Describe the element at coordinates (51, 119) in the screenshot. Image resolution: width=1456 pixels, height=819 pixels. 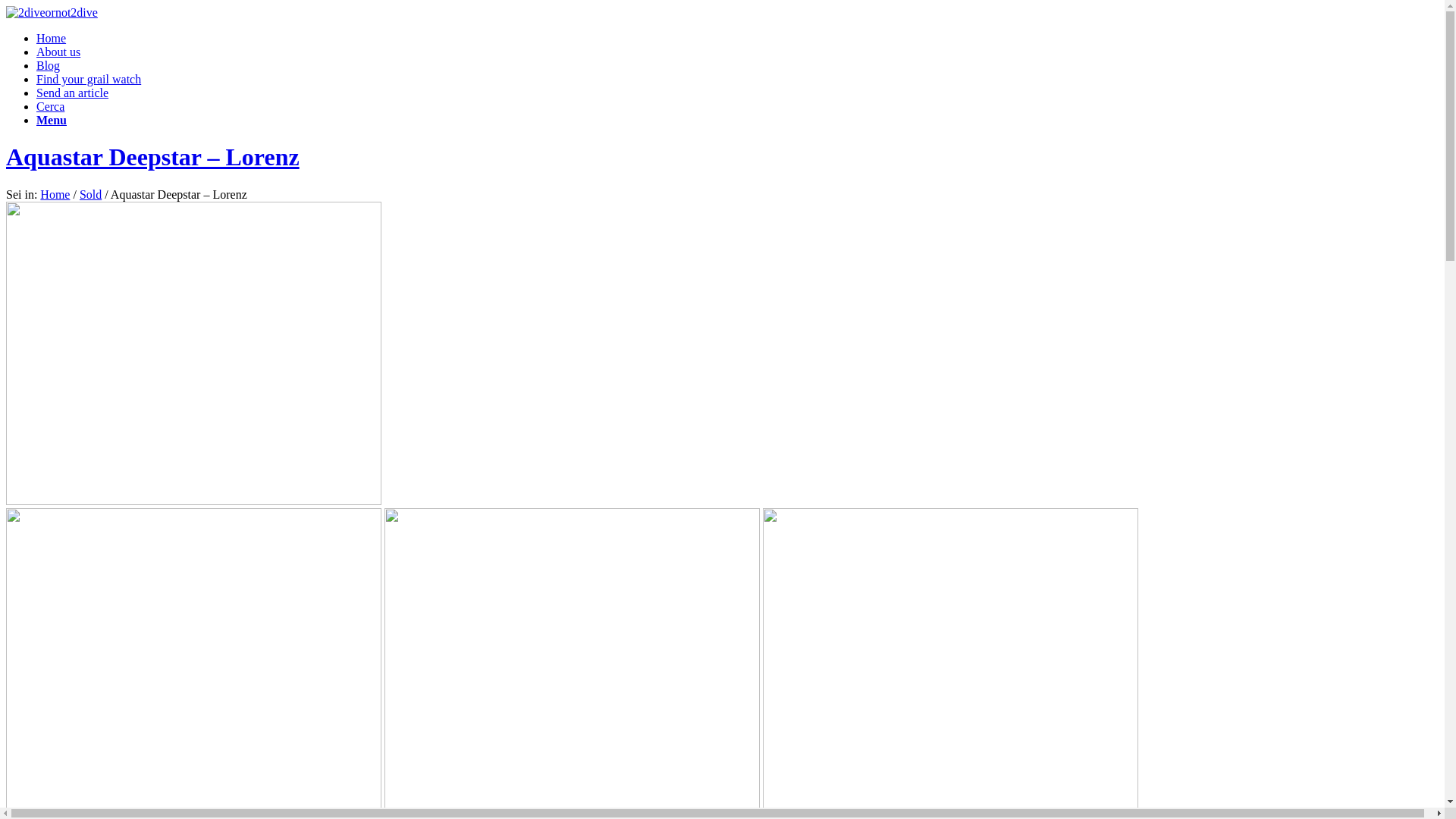
I see `'Menu'` at that location.